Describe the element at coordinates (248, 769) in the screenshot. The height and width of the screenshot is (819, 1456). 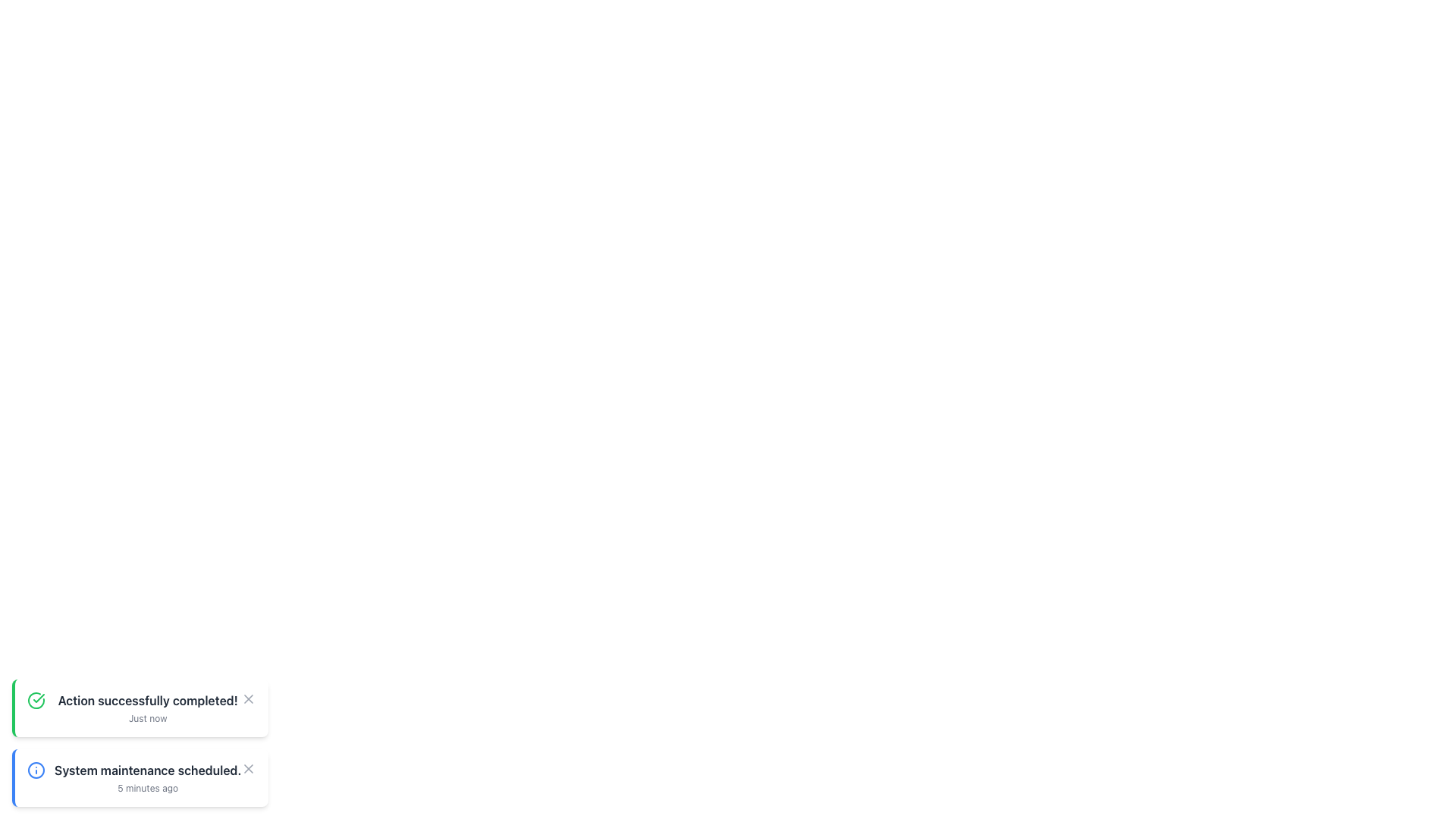
I see `the close button located in the top-right corner of the notification card containing the message 'System maintenance scheduled.'` at that location.